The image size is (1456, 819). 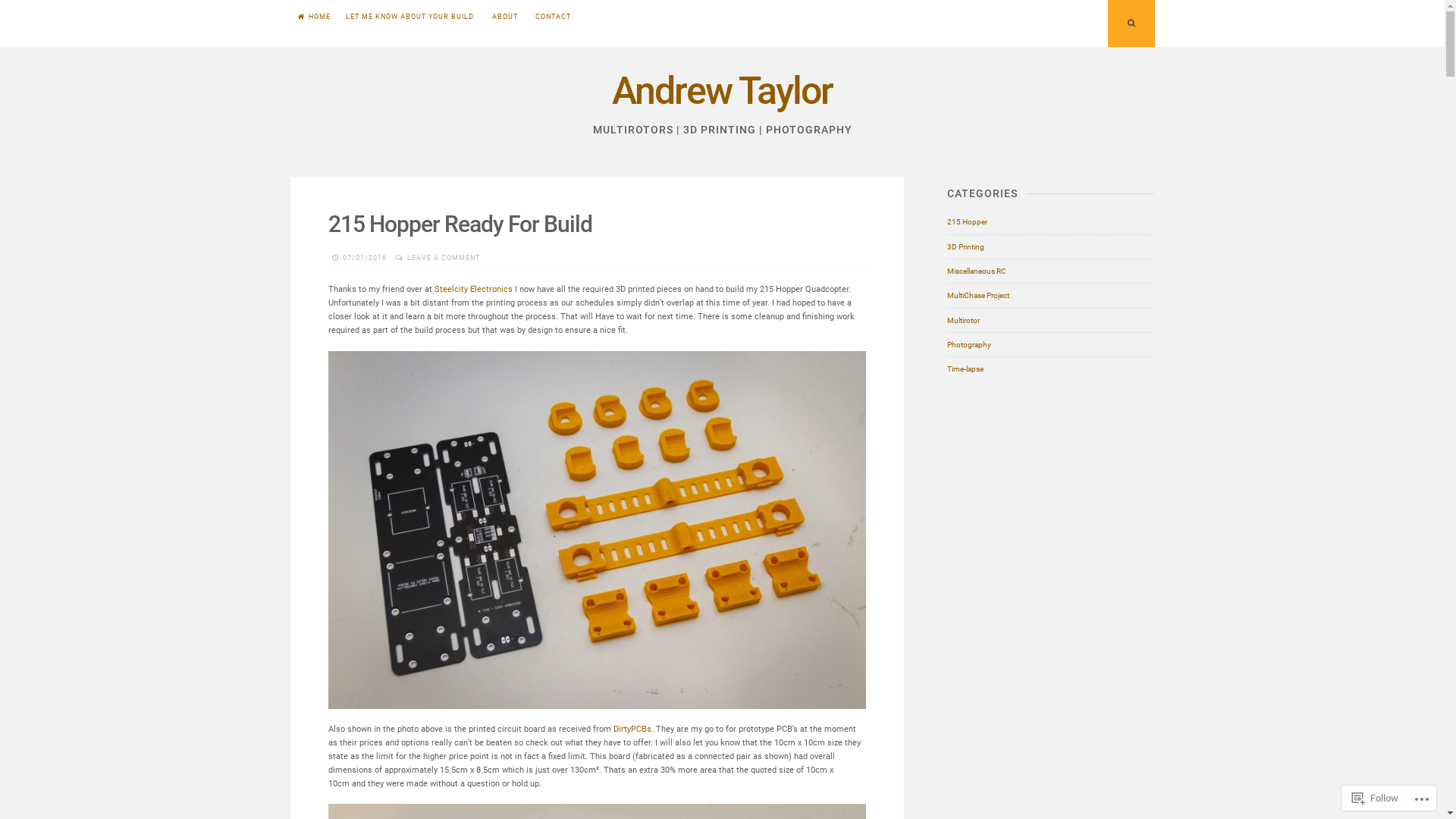 What do you see at coordinates (407, 256) in the screenshot?
I see `'LEAVE A COMMENT'` at bounding box center [407, 256].